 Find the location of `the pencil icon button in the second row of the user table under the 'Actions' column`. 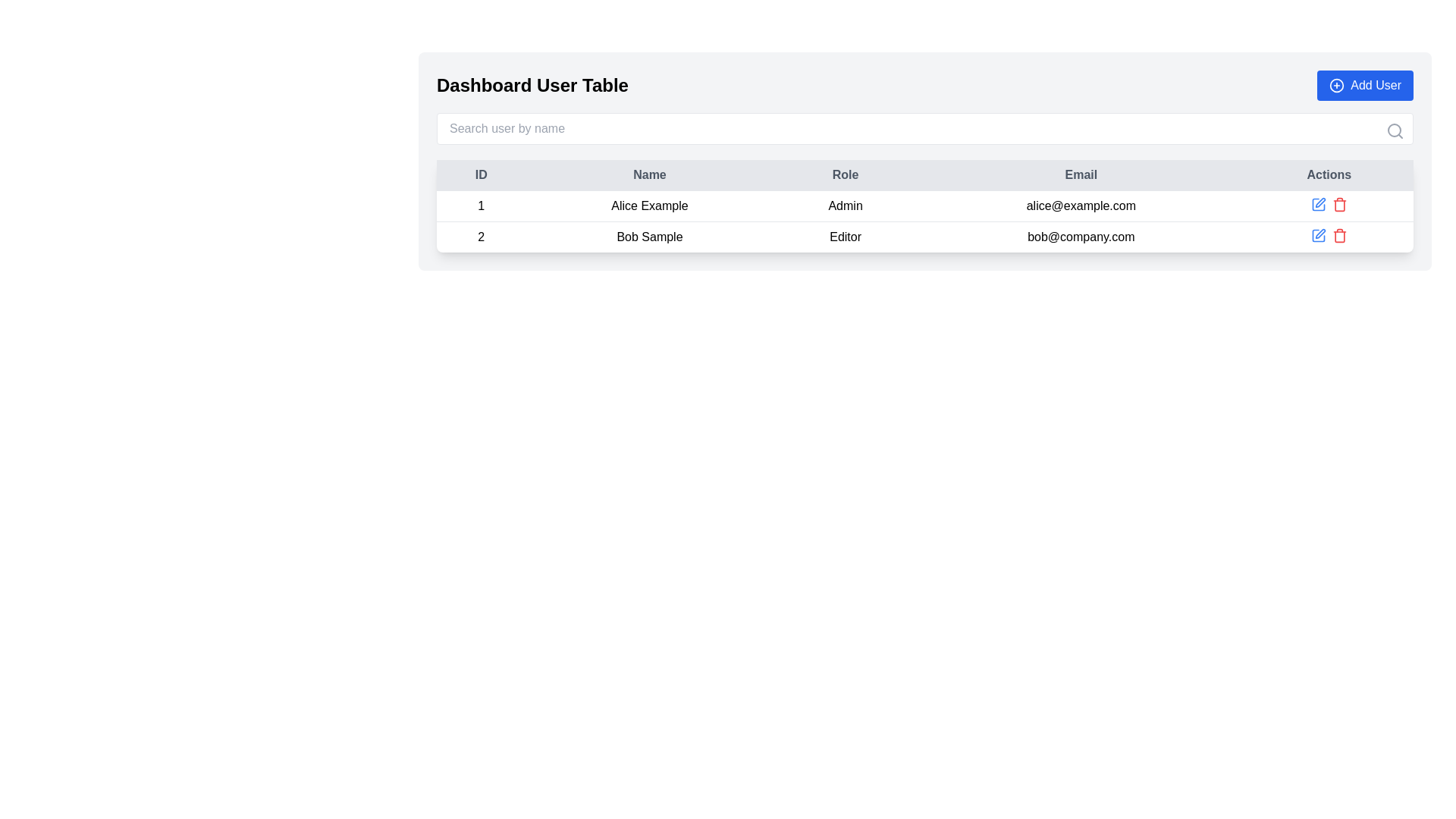

the pencil icon button in the second row of the user table under the 'Actions' column is located at coordinates (1319, 234).